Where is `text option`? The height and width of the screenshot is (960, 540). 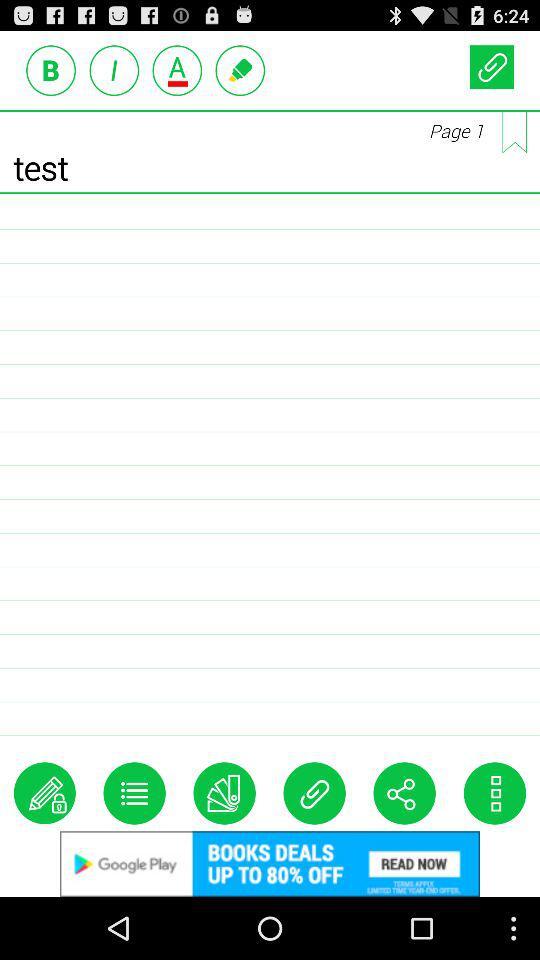
text option is located at coordinates (114, 70).